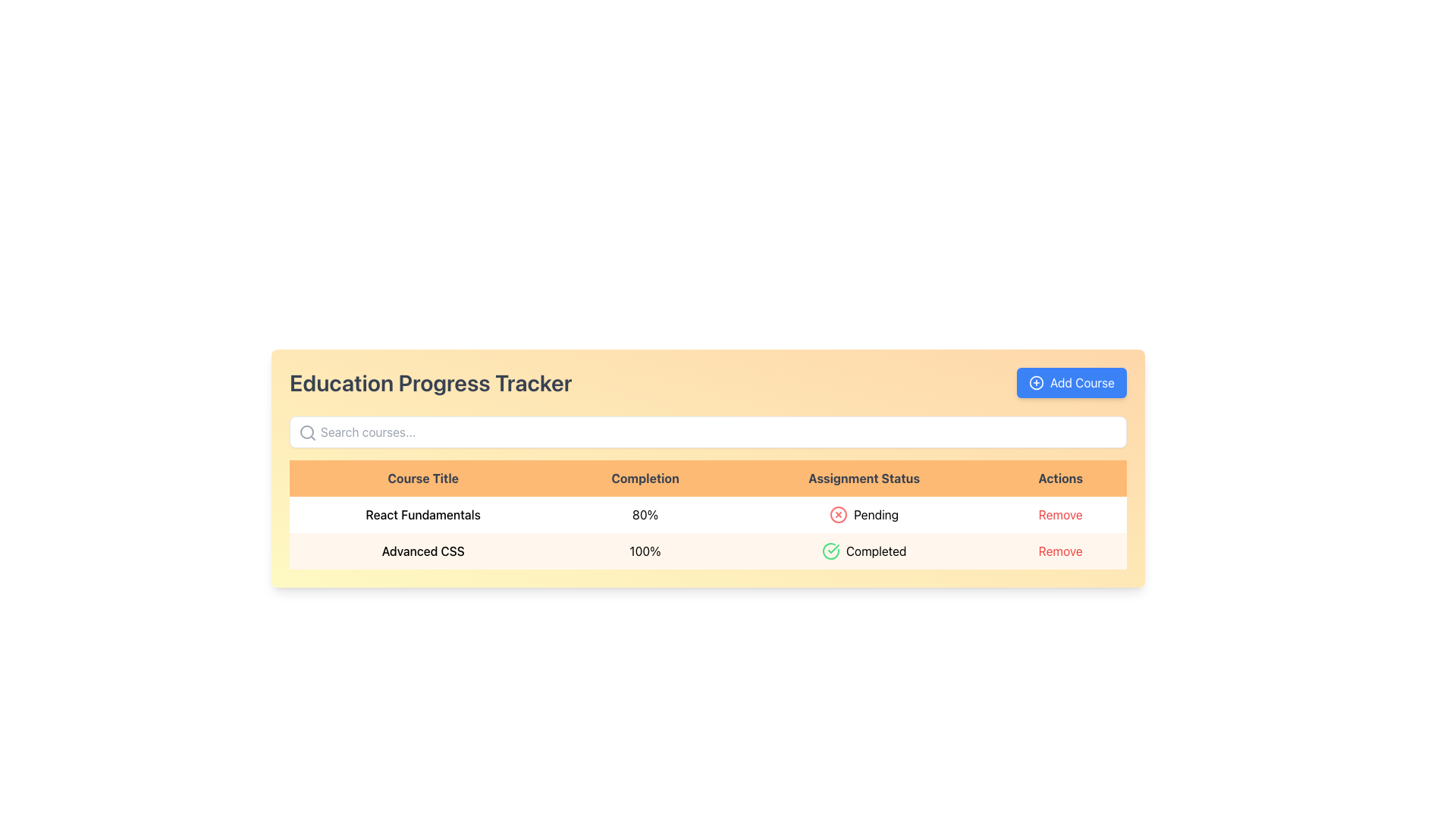  Describe the element at coordinates (1059, 551) in the screenshot. I see `the interactive button-like link in the last cell of the second row under the 'Actions' column to initiate the removal action for the 'Advanced CSS' course` at that location.